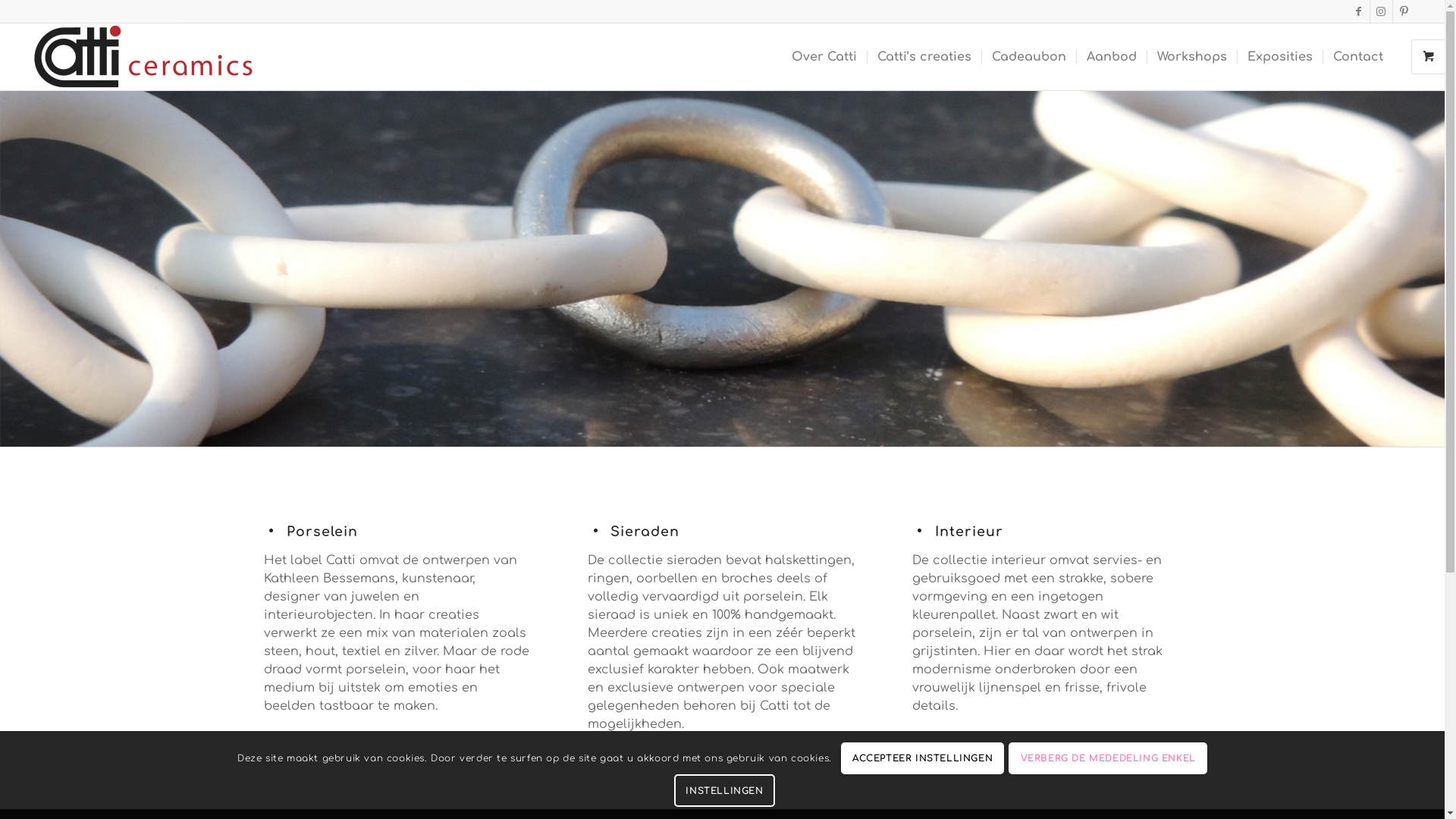 The image size is (1456, 819). What do you see at coordinates (723, 789) in the screenshot?
I see `'INSTELLINGEN'` at bounding box center [723, 789].